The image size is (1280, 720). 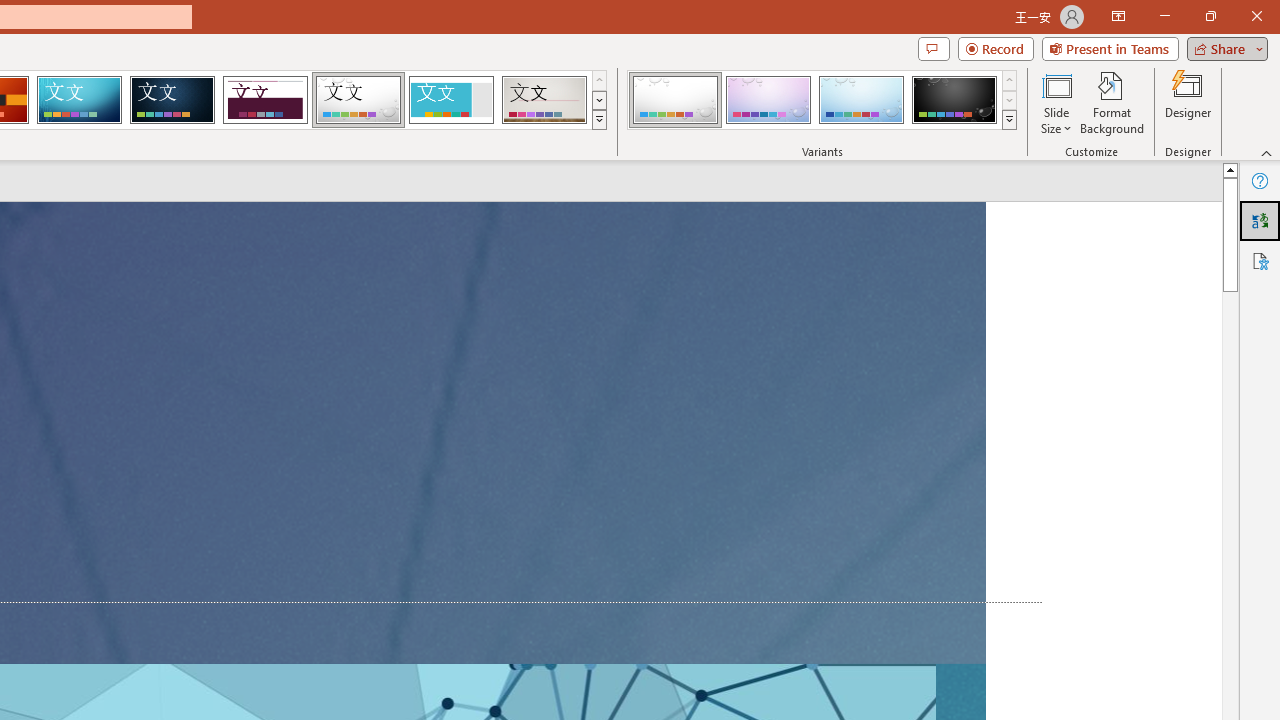 What do you see at coordinates (1009, 120) in the screenshot?
I see `'Variants'` at bounding box center [1009, 120].